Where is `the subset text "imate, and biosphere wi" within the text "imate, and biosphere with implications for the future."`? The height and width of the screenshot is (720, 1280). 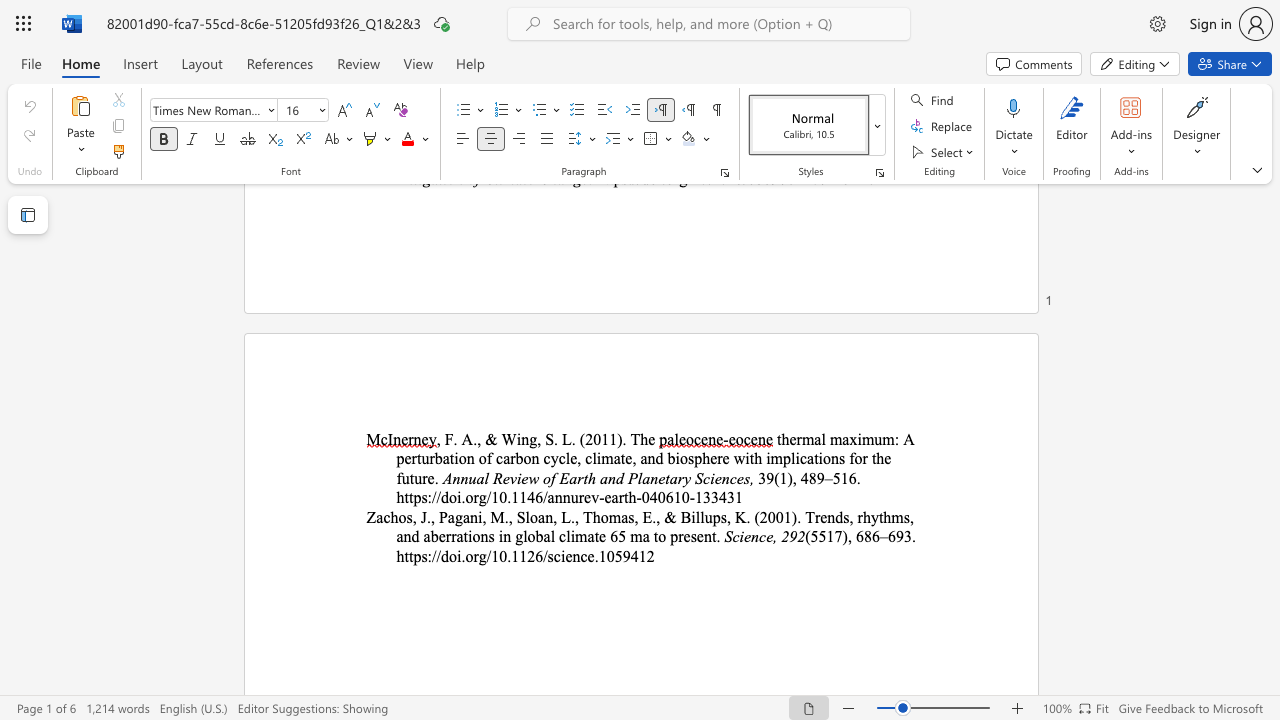 the subset text "imate, and biosphere wi" within the text "imate, and biosphere with implications for the future." is located at coordinates (595, 458).